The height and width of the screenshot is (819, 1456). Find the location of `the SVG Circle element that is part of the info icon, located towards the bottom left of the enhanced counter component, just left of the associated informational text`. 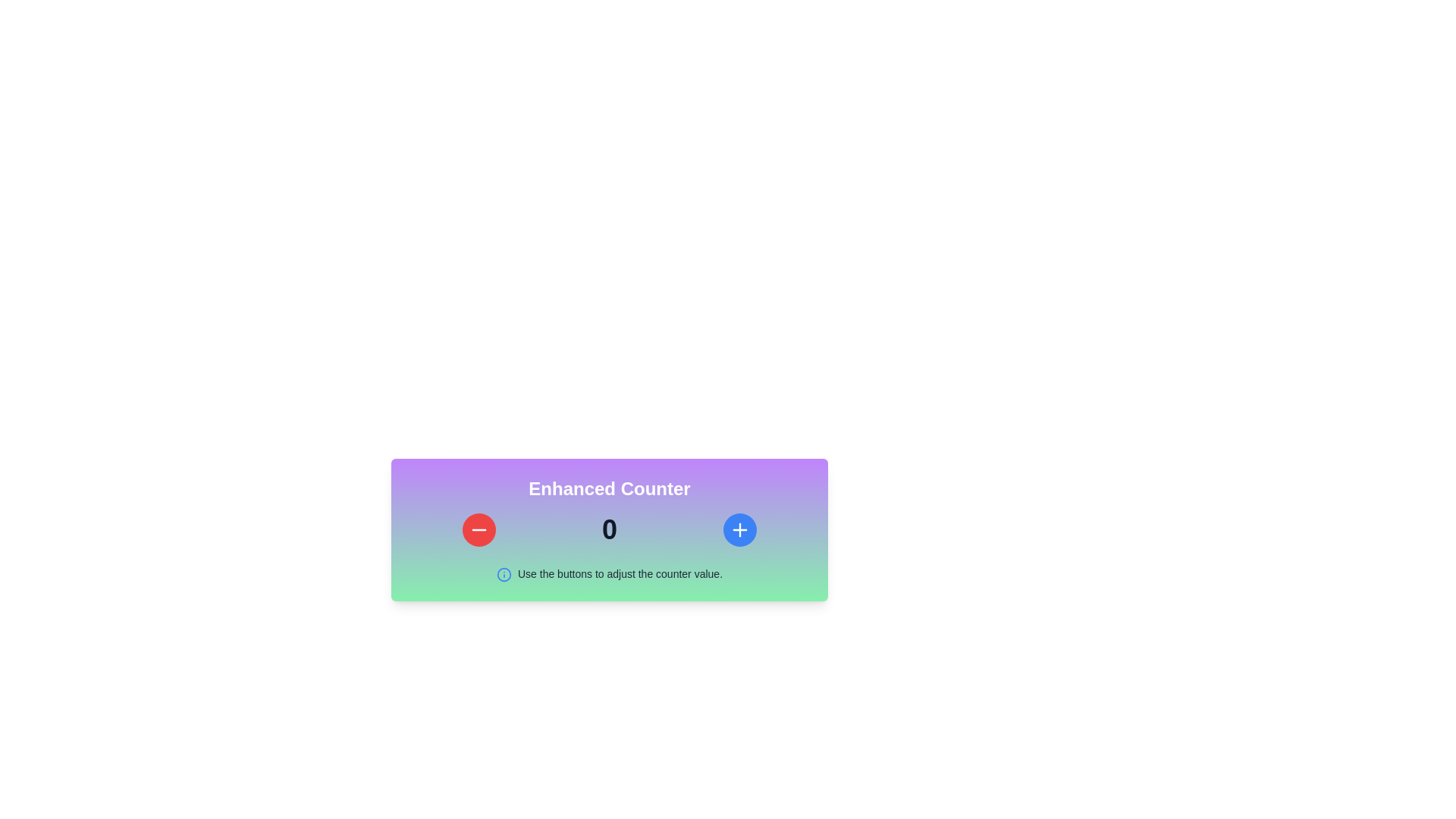

the SVG Circle element that is part of the info icon, located towards the bottom left of the enhanced counter component, just left of the associated informational text is located at coordinates (504, 574).